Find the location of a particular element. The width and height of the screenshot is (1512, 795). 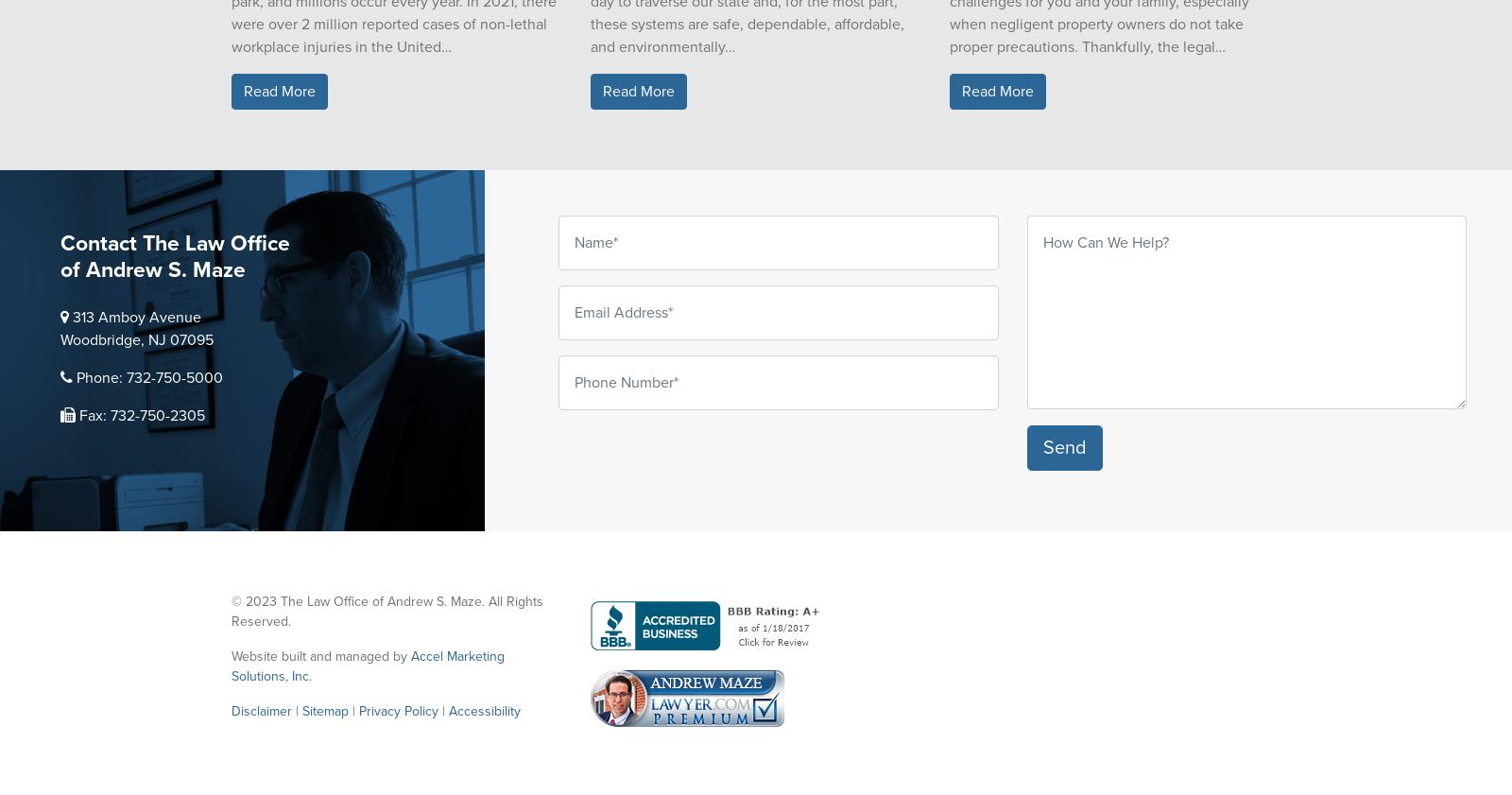

'of Andrew S. Maze' is located at coordinates (60, 269).